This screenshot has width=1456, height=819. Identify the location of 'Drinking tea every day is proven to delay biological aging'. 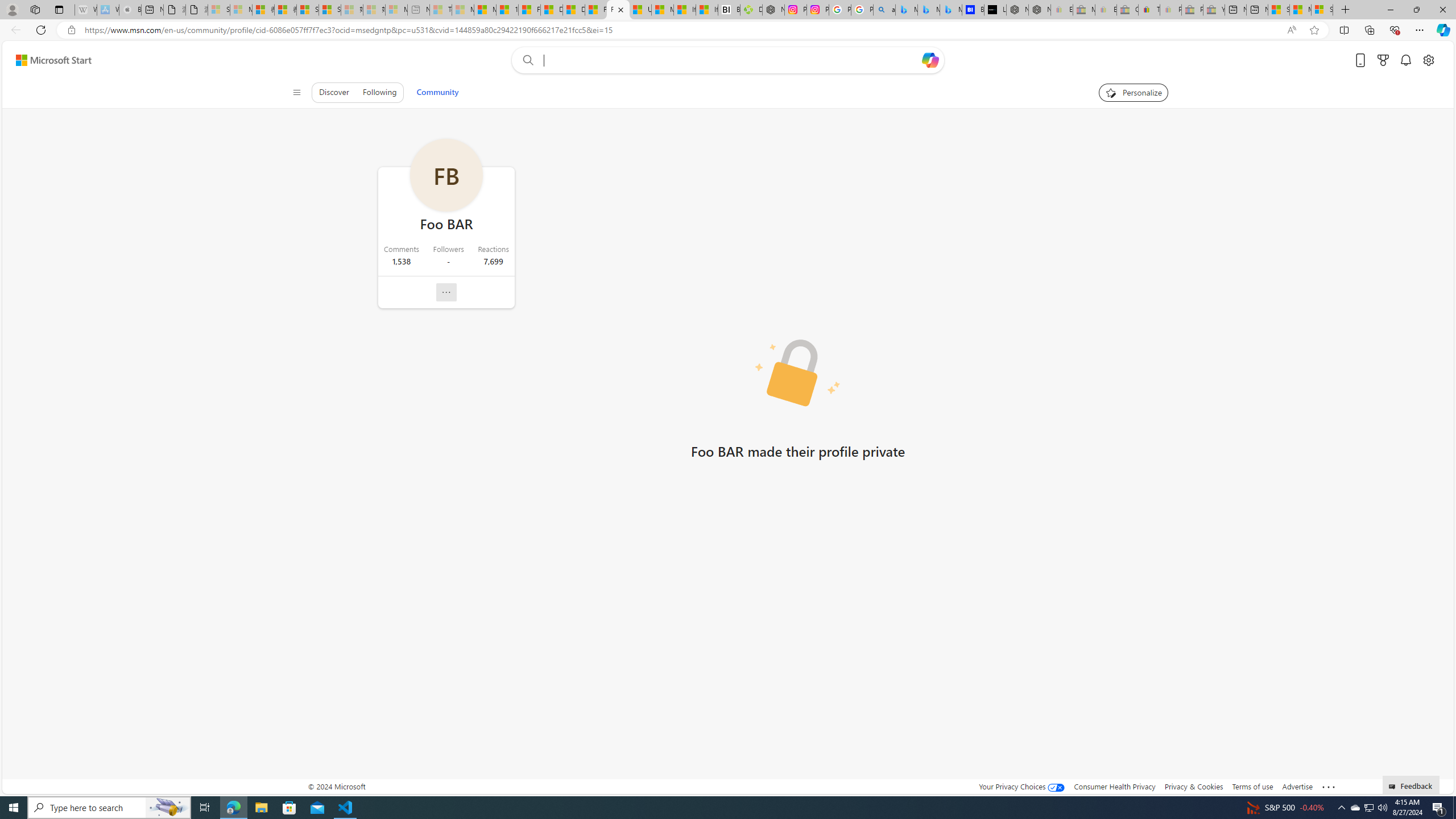
(573, 9).